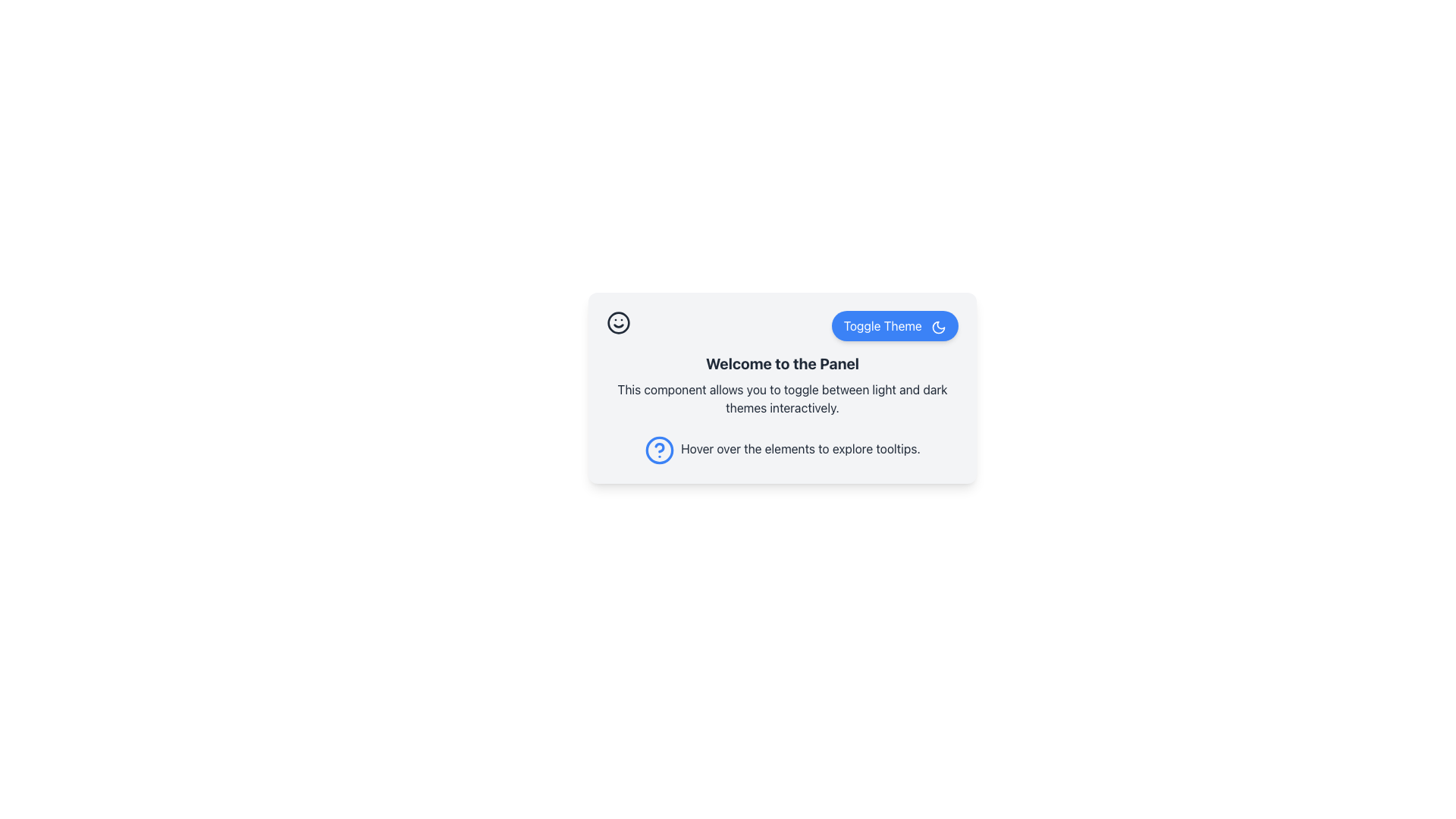  Describe the element at coordinates (938, 326) in the screenshot. I see `the crescent moon-shaped icon with a blue background and white outline, located to the right of the 'Toggle Theme' text` at that location.